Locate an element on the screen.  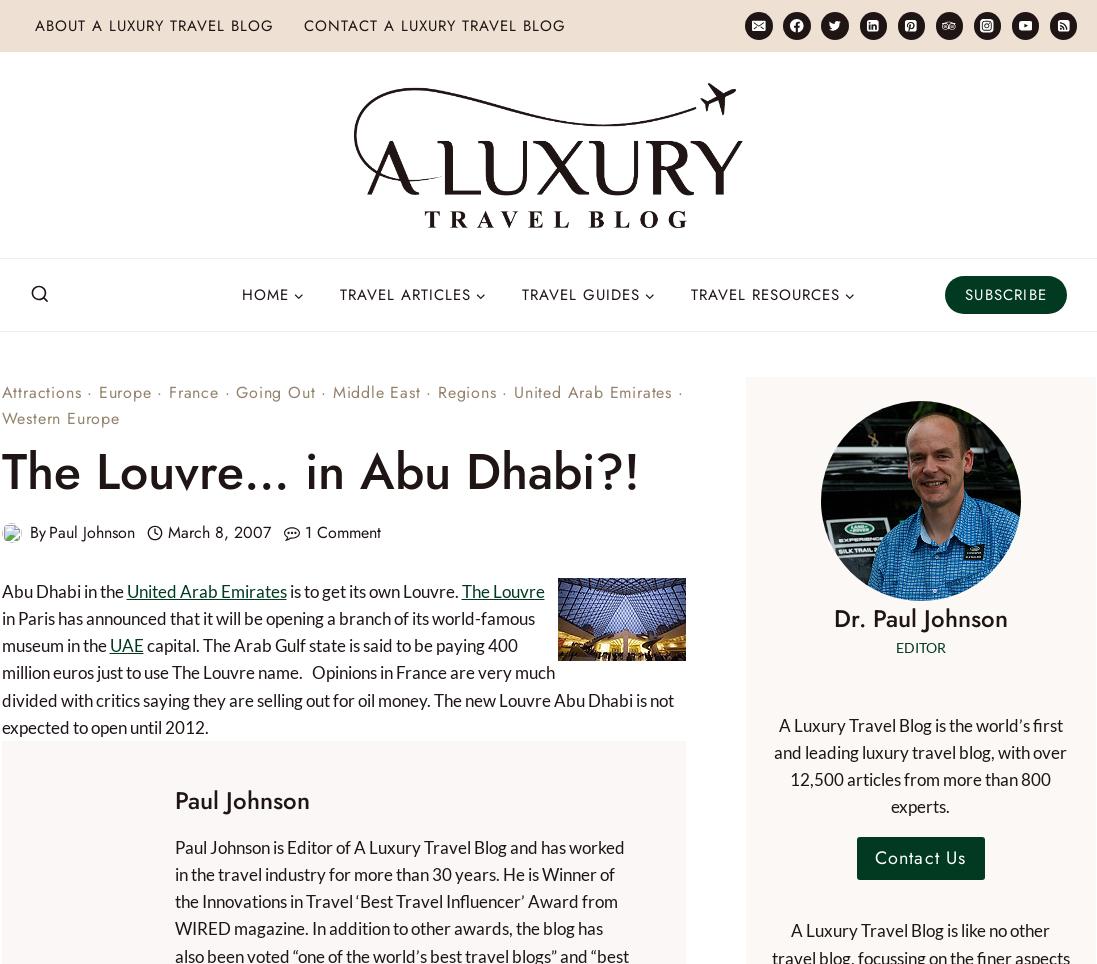
'UAE' is located at coordinates (126, 644).